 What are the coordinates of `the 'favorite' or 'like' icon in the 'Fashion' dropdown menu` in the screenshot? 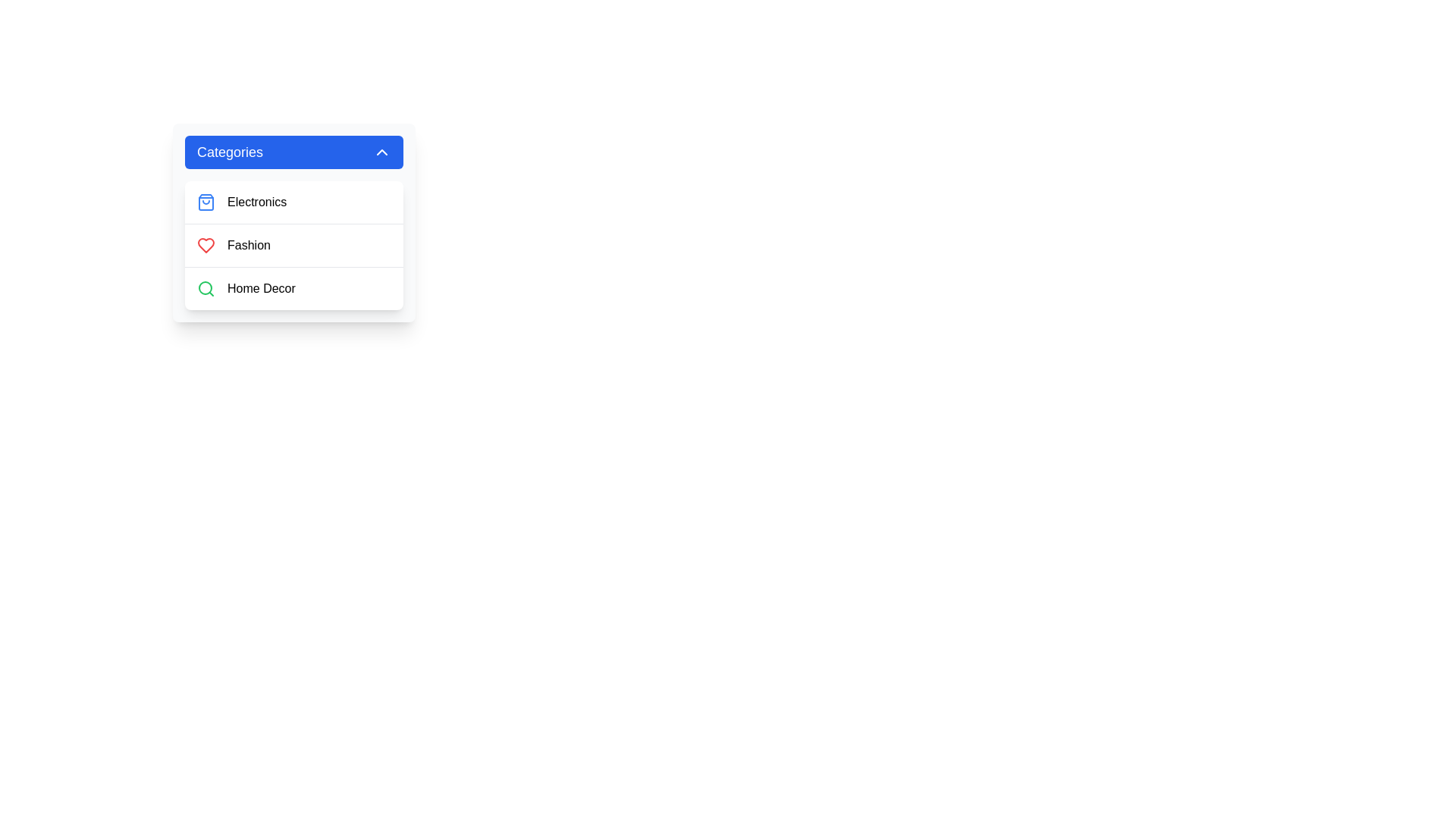 It's located at (206, 245).